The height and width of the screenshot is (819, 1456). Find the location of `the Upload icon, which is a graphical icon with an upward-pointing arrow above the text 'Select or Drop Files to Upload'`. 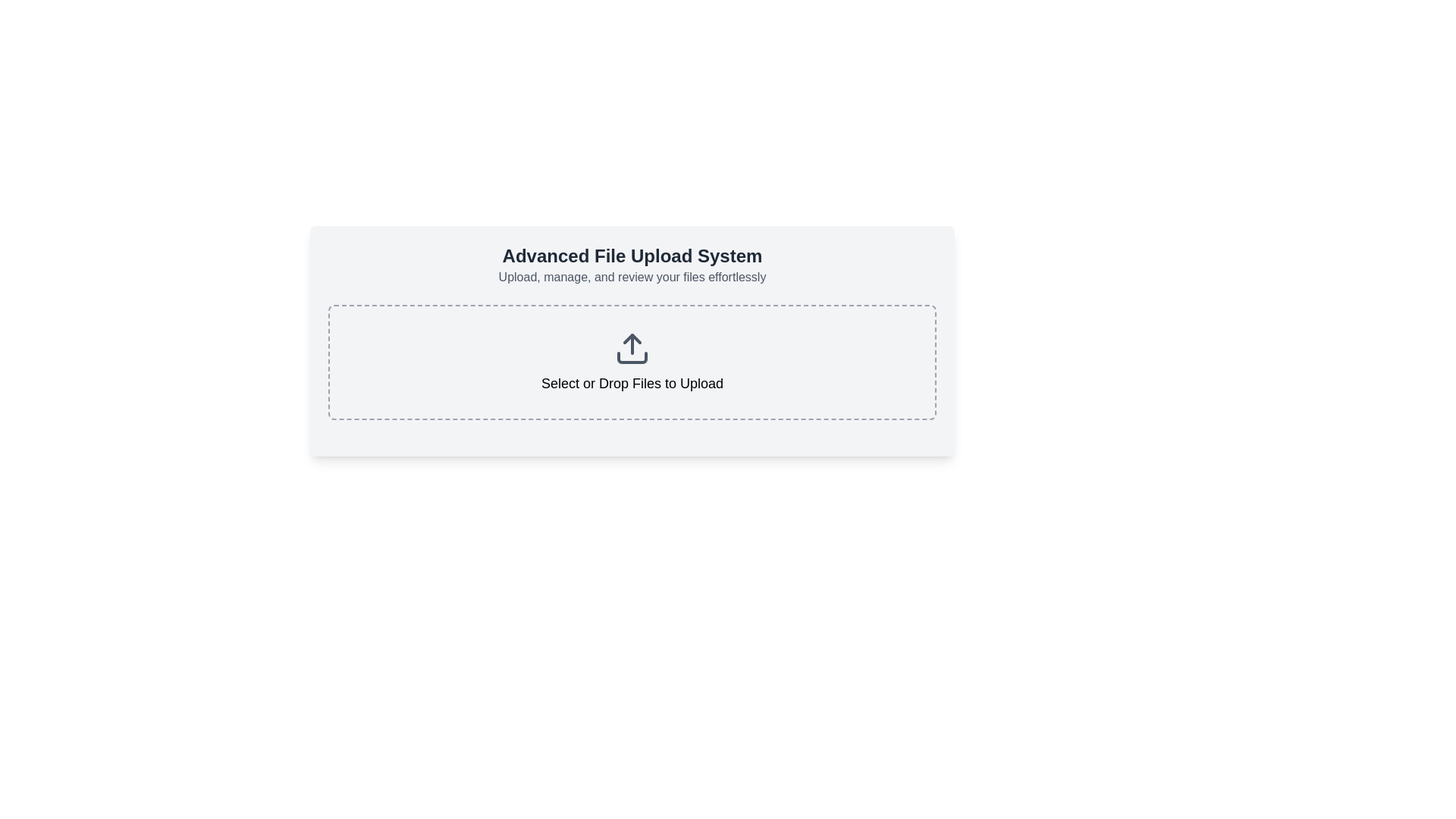

the Upload icon, which is a graphical icon with an upward-pointing arrow above the text 'Select or Drop Files to Upload' is located at coordinates (632, 348).